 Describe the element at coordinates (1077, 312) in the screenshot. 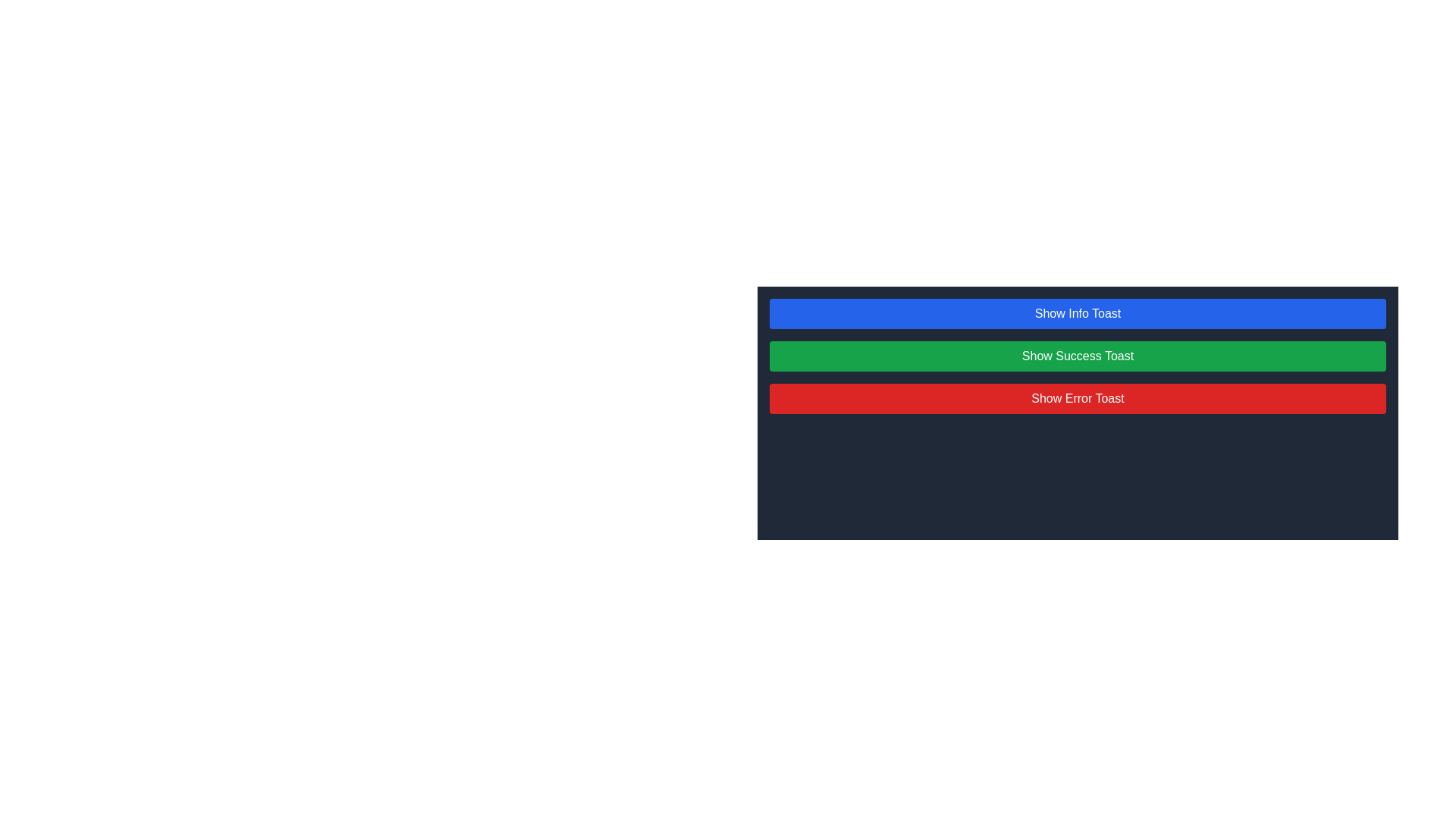

I see `the 'Show Info Toast' button, which is a blue rectangular button with rounded corners located at the top of the vertical stack of buttons` at that location.